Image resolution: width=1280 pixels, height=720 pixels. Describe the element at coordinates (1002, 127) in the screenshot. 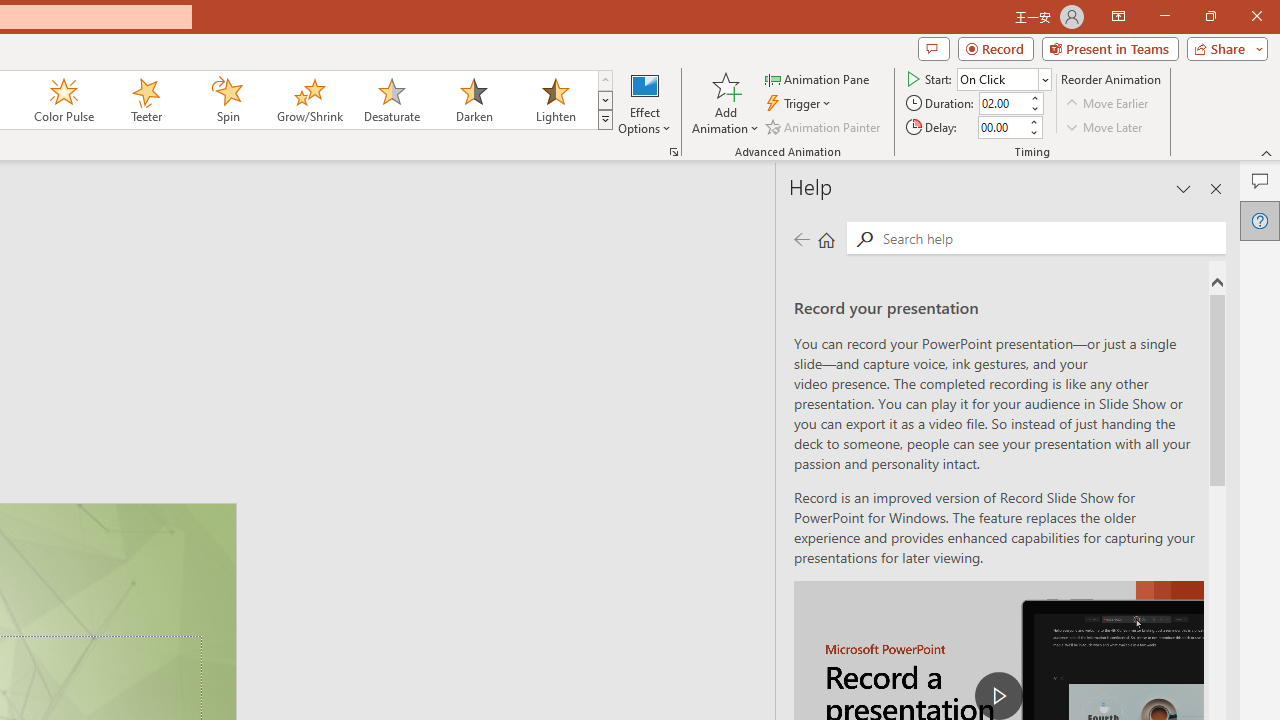

I see `'Animation Delay'` at that location.